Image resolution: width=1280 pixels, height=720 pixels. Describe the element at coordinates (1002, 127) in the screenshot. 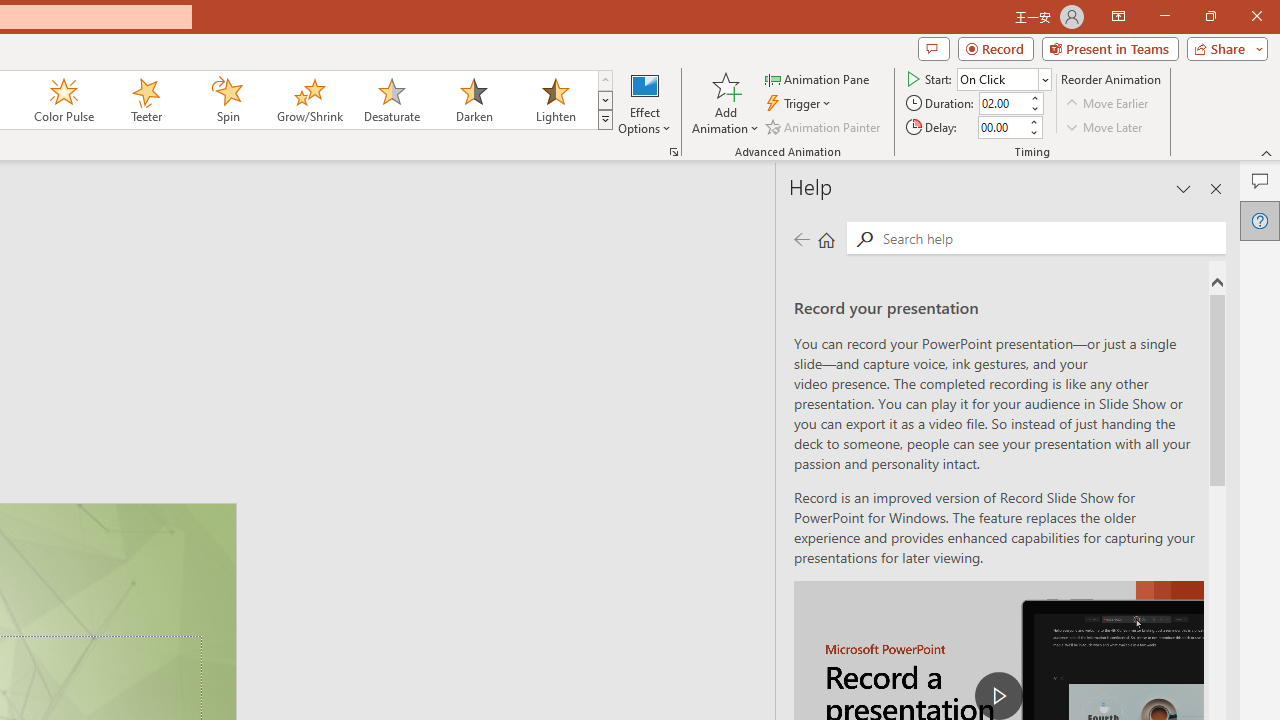

I see `'Animation Delay'` at that location.